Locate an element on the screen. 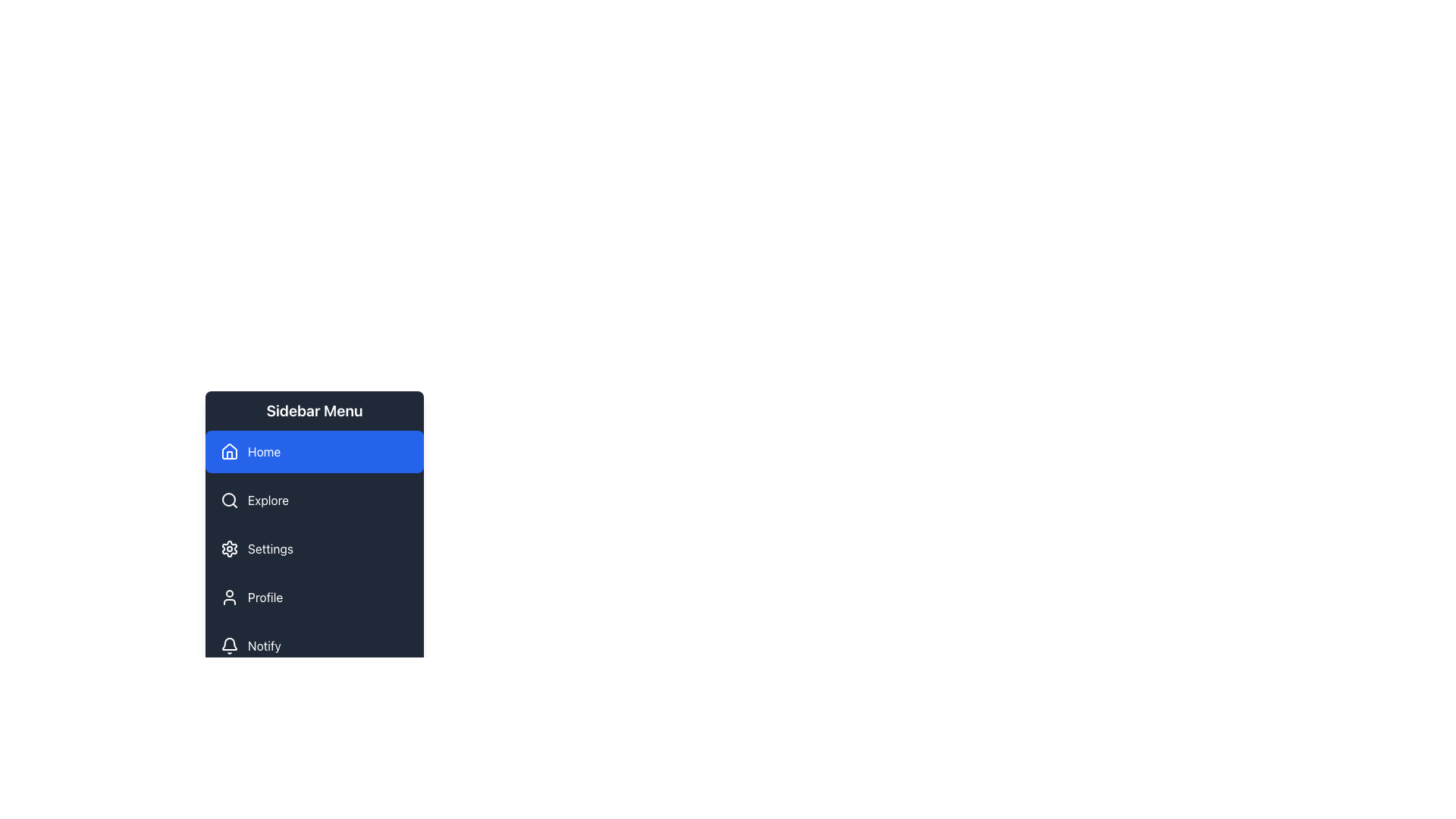  the user profile icon, which is a circular head and shoulders silhouette in white on a dark background, located is located at coordinates (228, 596).